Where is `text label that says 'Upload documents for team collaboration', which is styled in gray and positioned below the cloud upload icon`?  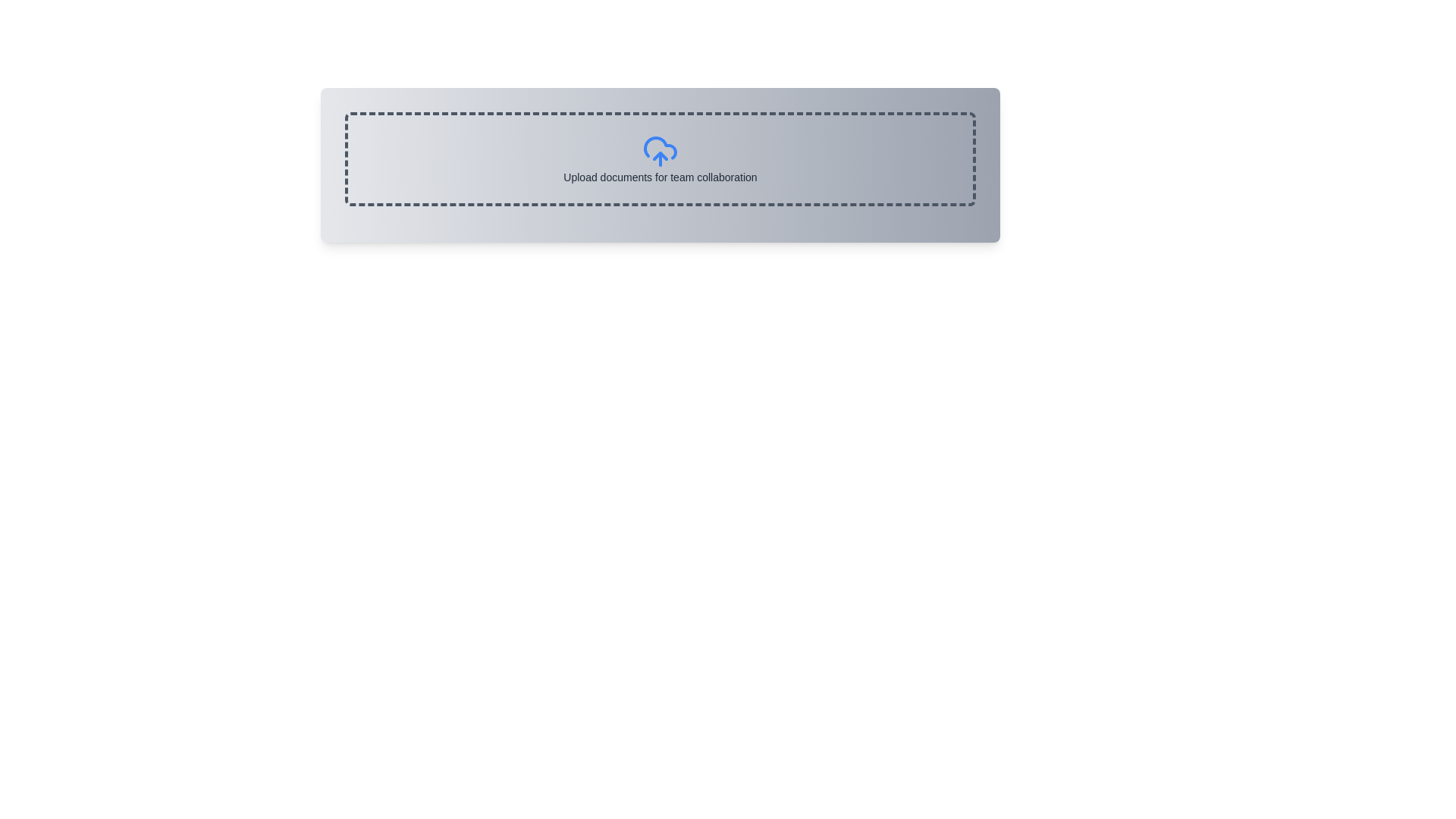 text label that says 'Upload documents for team collaboration', which is styled in gray and positioned below the cloud upload icon is located at coordinates (660, 177).